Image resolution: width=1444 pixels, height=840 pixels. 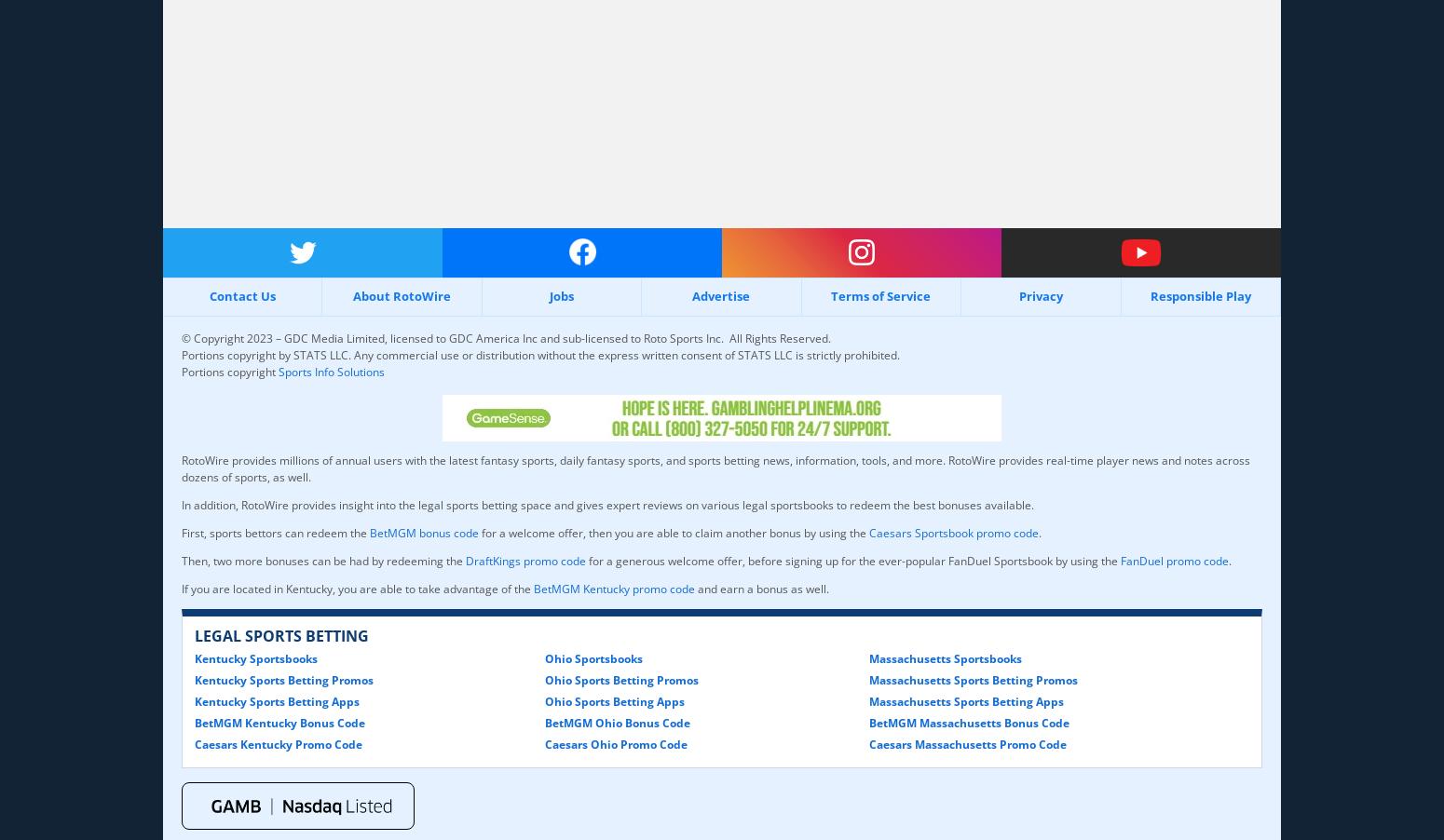 I want to click on 'and earn a bonus as well.', so click(x=760, y=587).